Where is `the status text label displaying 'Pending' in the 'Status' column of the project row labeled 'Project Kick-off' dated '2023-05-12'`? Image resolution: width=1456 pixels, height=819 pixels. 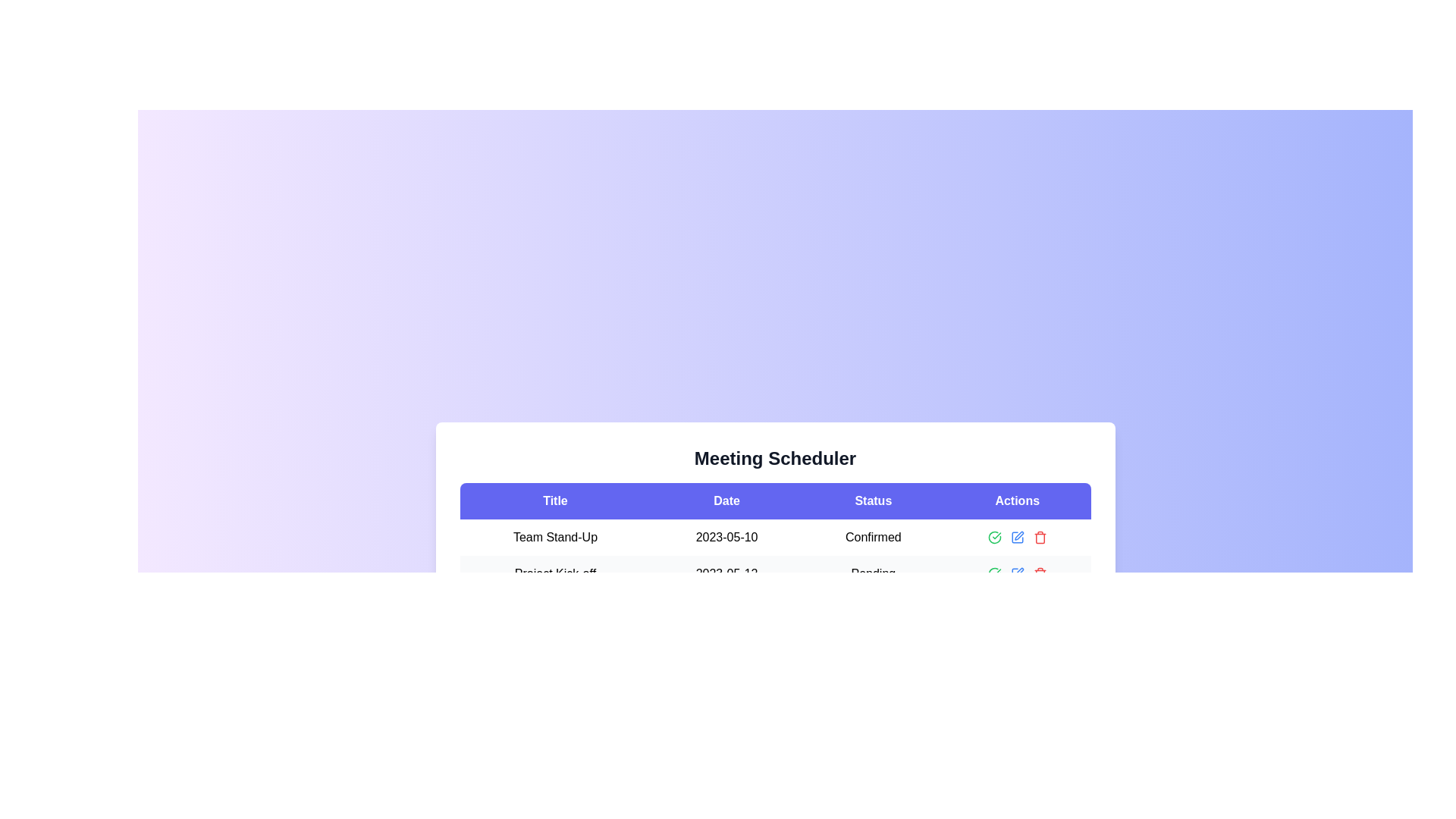 the status text label displaying 'Pending' in the 'Status' column of the project row labeled 'Project Kick-off' dated '2023-05-12' is located at coordinates (873, 573).